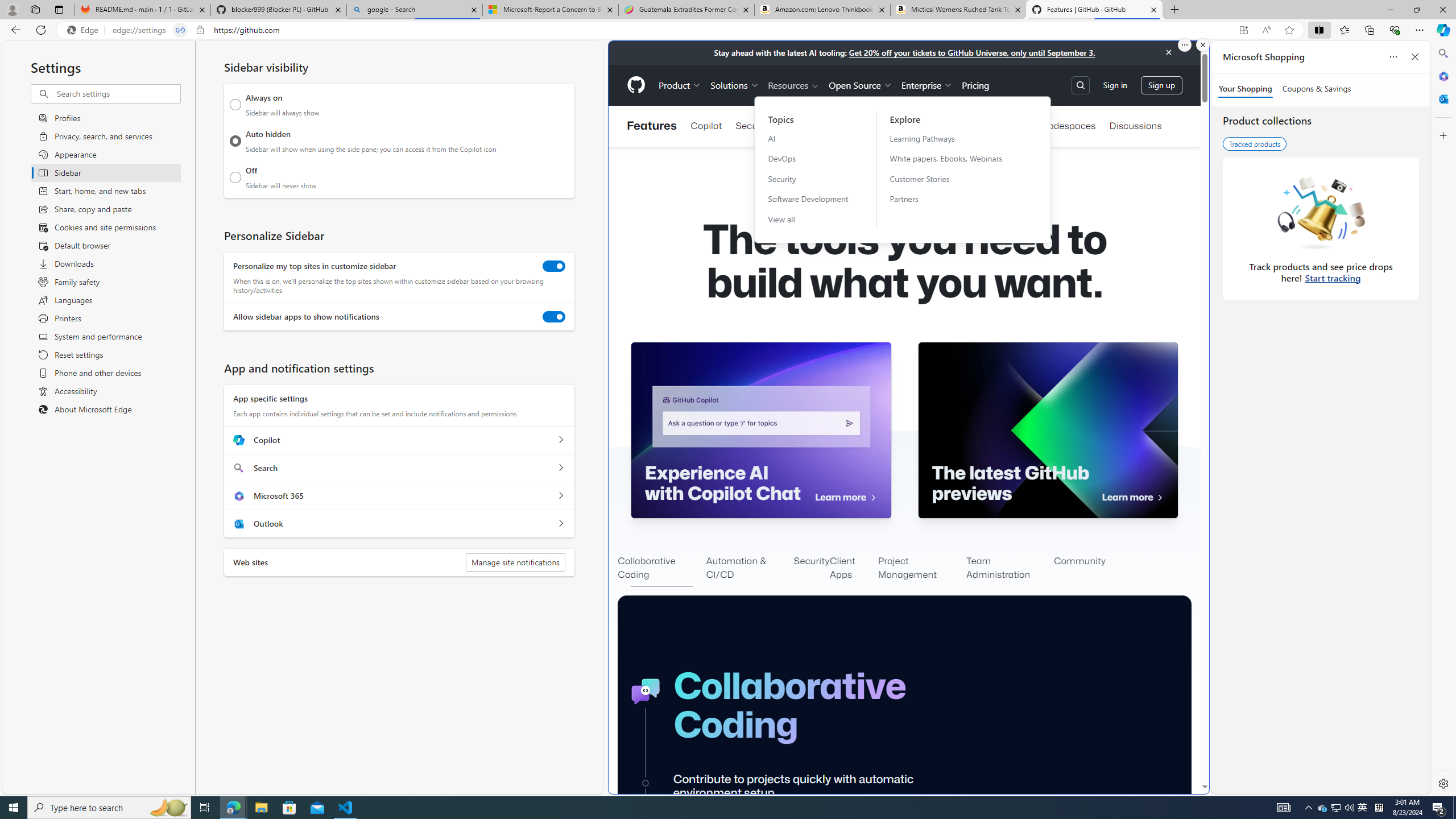 This screenshot has height=819, width=1456. Describe the element at coordinates (953, 158) in the screenshot. I see `'White papers, Ebooks, Webinars'` at that location.